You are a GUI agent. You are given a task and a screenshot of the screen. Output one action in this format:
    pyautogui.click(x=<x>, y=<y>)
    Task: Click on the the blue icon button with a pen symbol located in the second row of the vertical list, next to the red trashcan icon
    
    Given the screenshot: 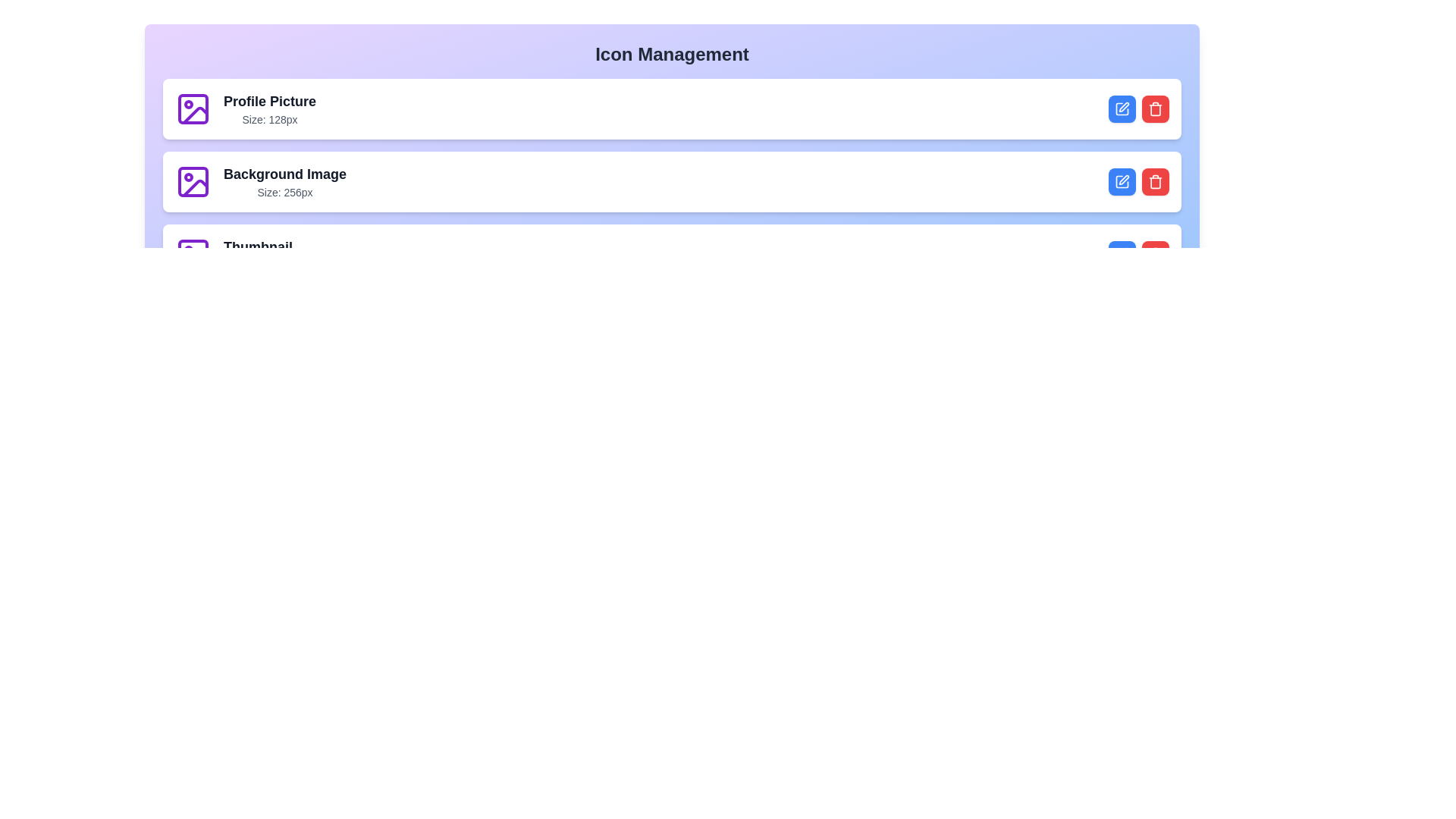 What is the action you would take?
    pyautogui.click(x=1122, y=180)
    